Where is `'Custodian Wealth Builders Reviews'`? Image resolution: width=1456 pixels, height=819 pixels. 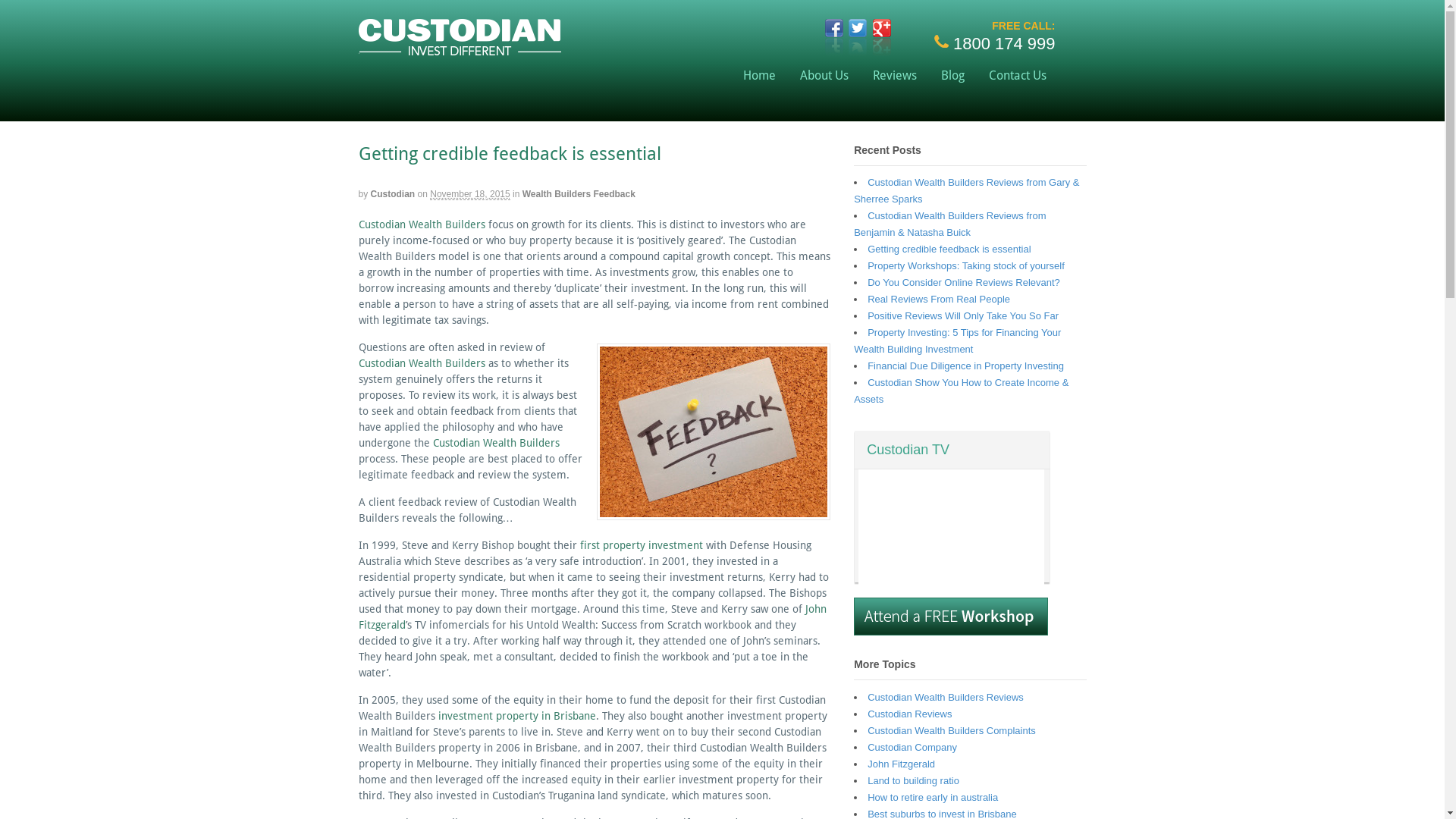 'Custodian Wealth Builders Reviews' is located at coordinates (945, 697).